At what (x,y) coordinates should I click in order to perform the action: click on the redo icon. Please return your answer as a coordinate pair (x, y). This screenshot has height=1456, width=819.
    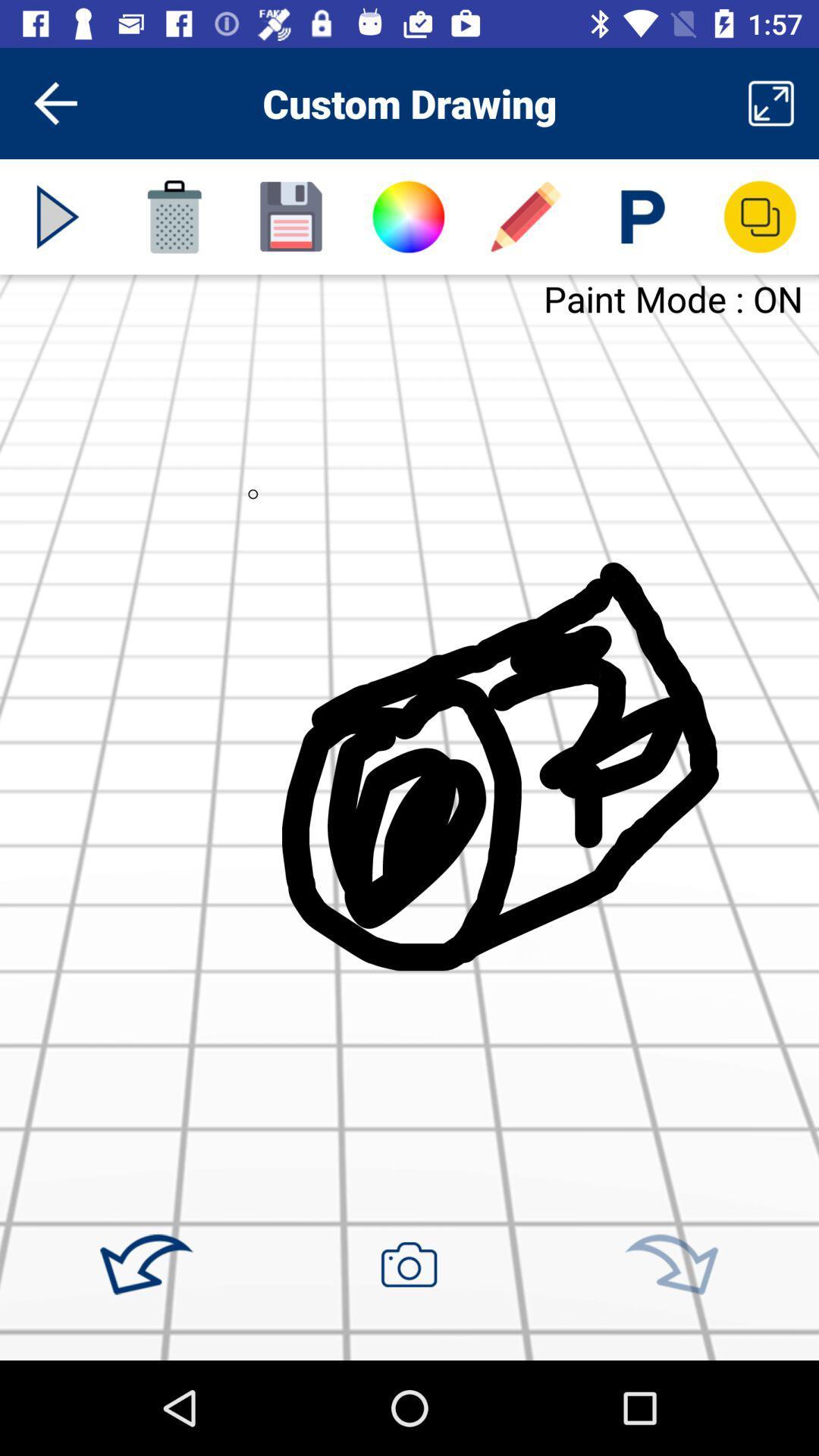
    Looking at the image, I should click on (670, 1265).